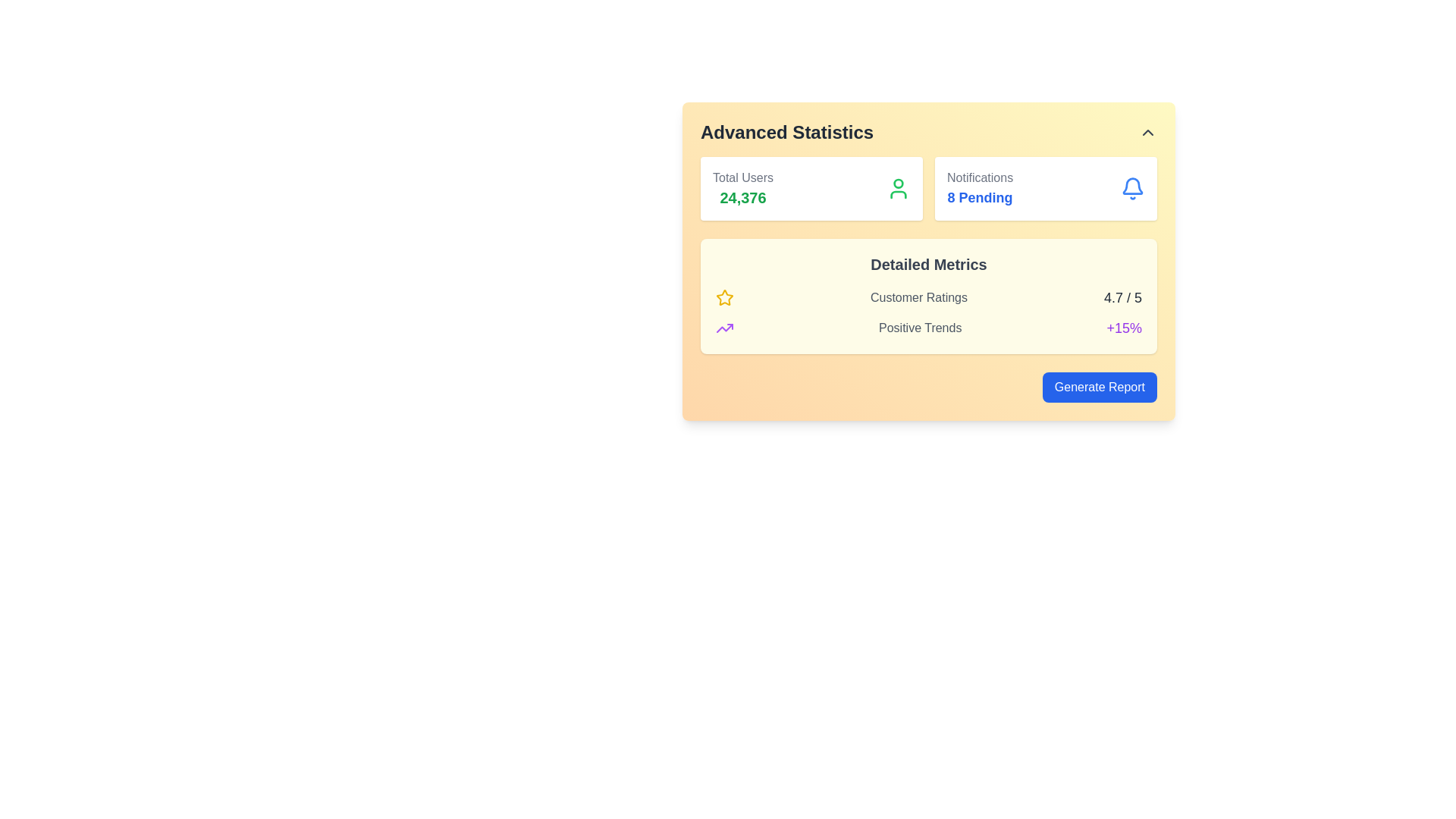 The height and width of the screenshot is (819, 1456). Describe the element at coordinates (980, 177) in the screenshot. I see `the notification section label located in the top section of the 'Advanced Statistics' card, positioned above the '8 Pending' text and adjacent to the bell icon` at that location.